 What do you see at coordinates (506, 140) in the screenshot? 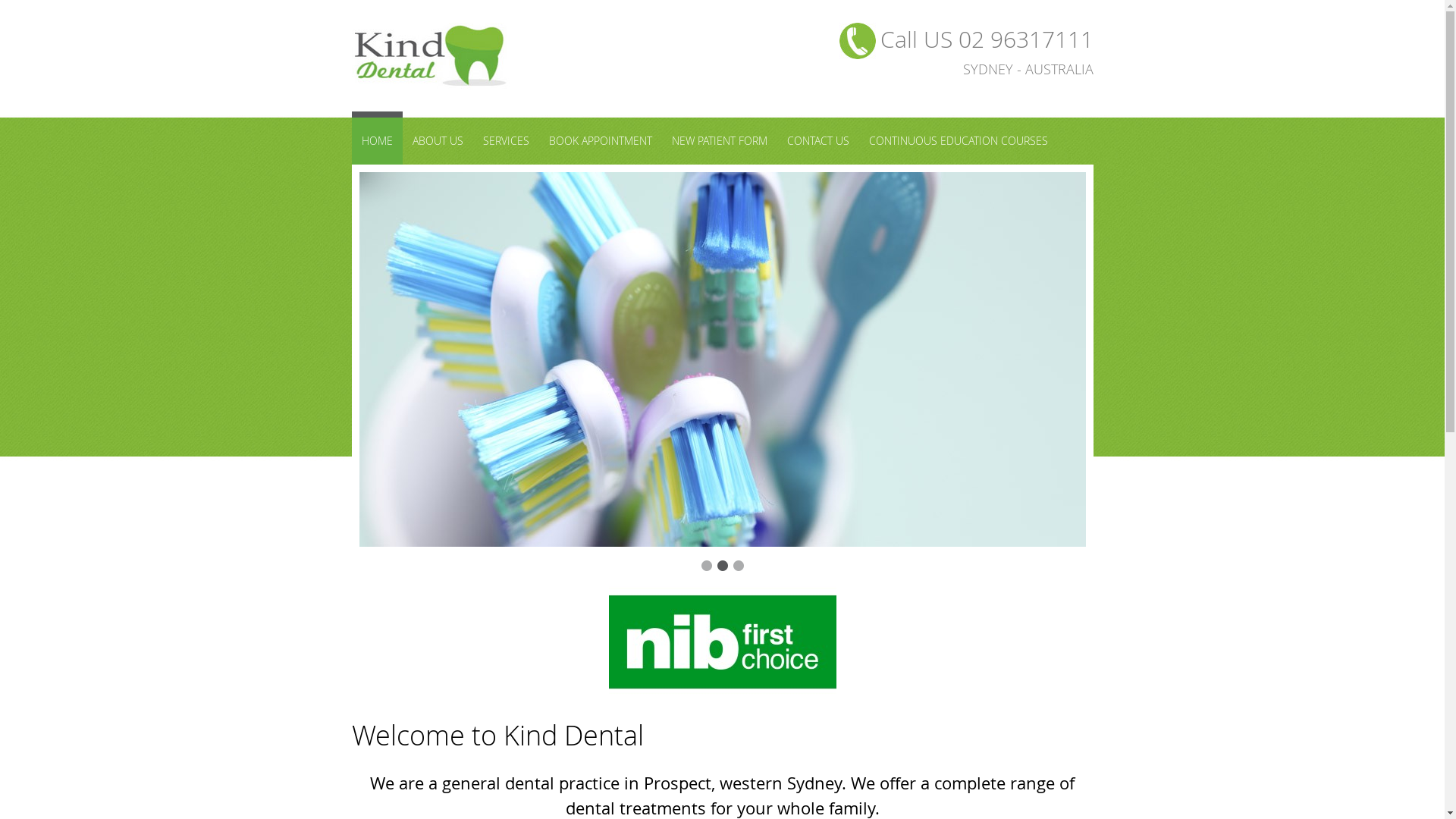
I see `'SERVICES'` at bounding box center [506, 140].